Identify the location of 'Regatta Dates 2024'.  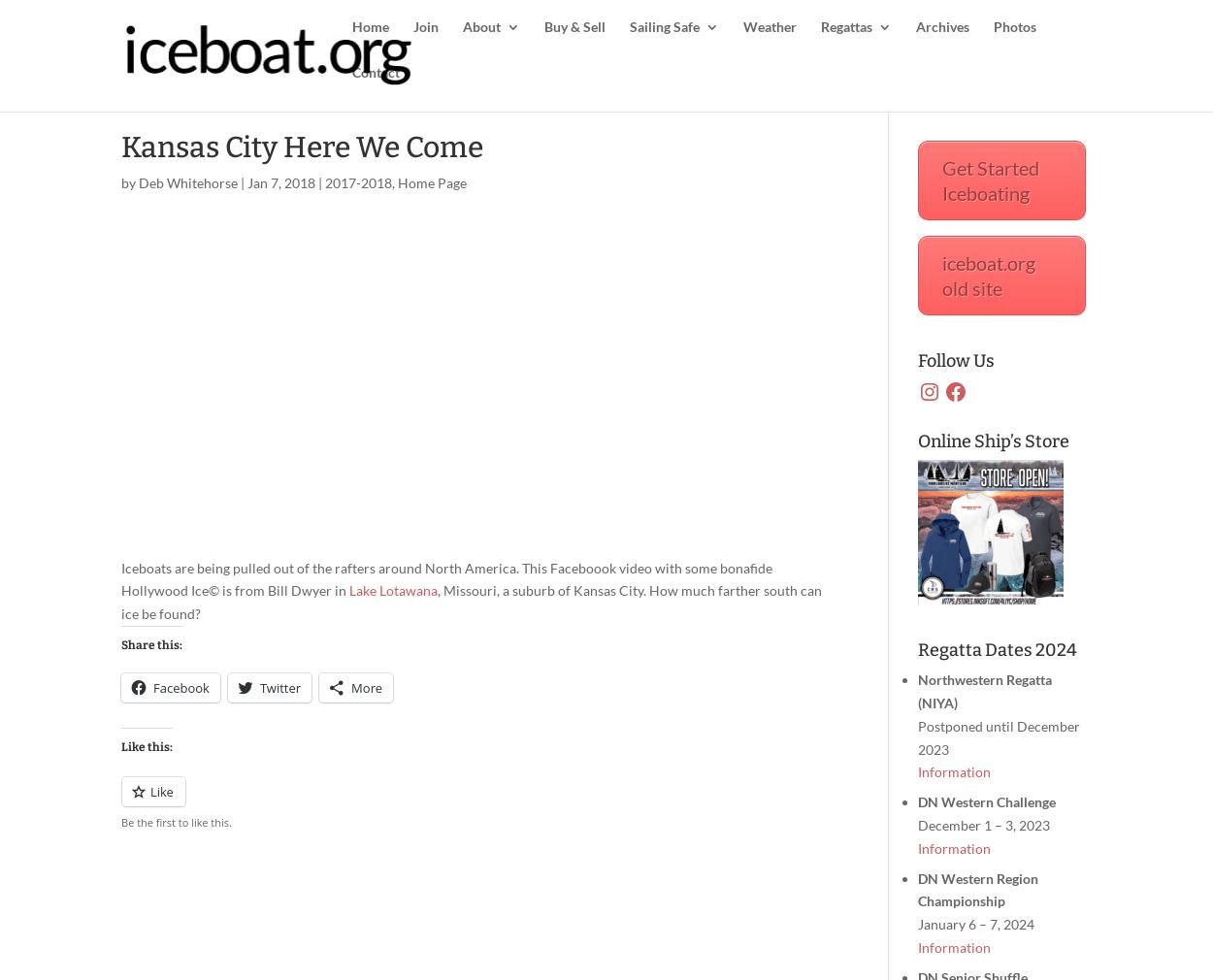
(917, 649).